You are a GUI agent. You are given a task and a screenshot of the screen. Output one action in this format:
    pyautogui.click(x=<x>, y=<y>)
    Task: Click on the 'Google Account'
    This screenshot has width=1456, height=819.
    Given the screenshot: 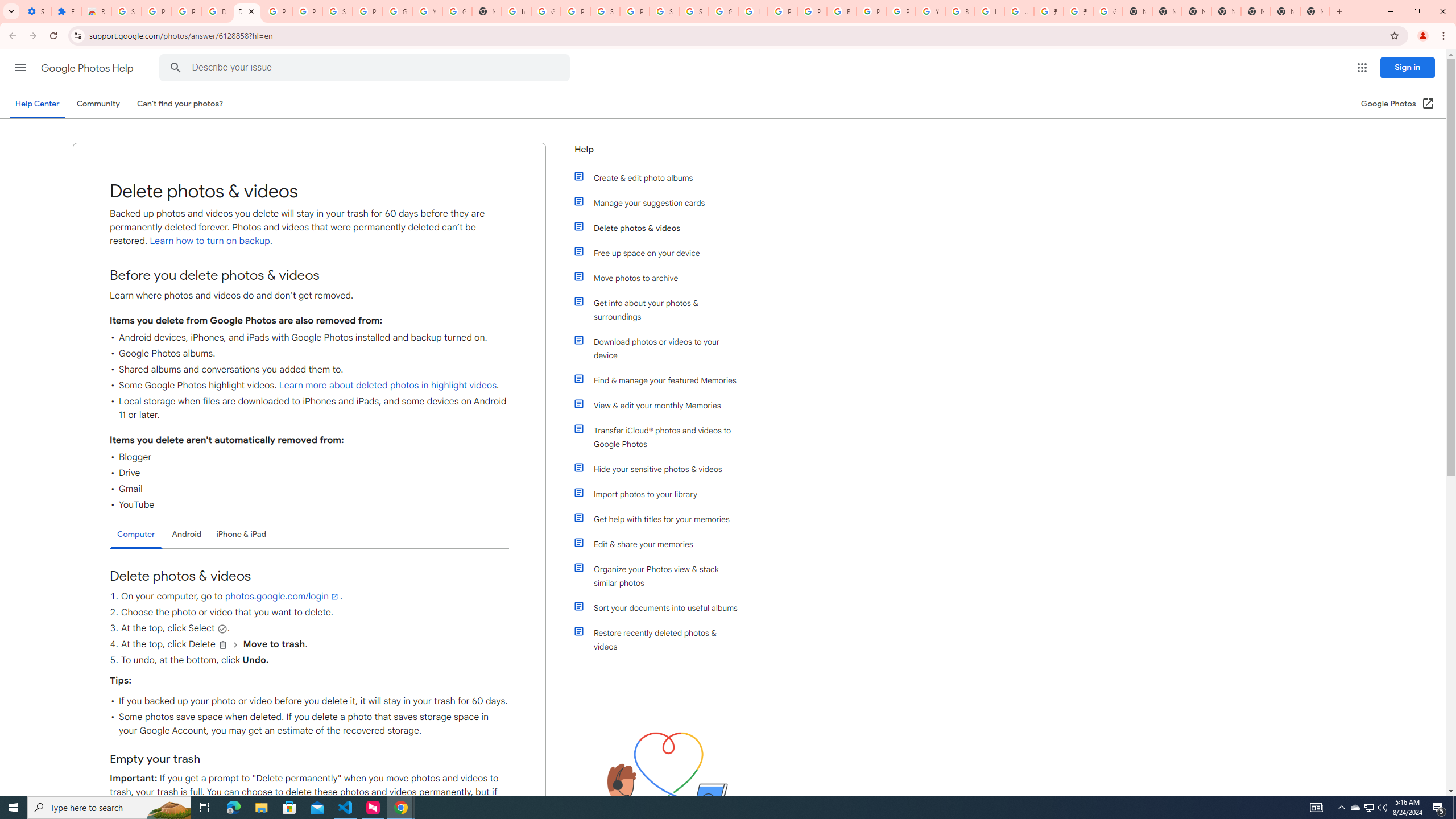 What is the action you would take?
    pyautogui.click(x=396, y=11)
    